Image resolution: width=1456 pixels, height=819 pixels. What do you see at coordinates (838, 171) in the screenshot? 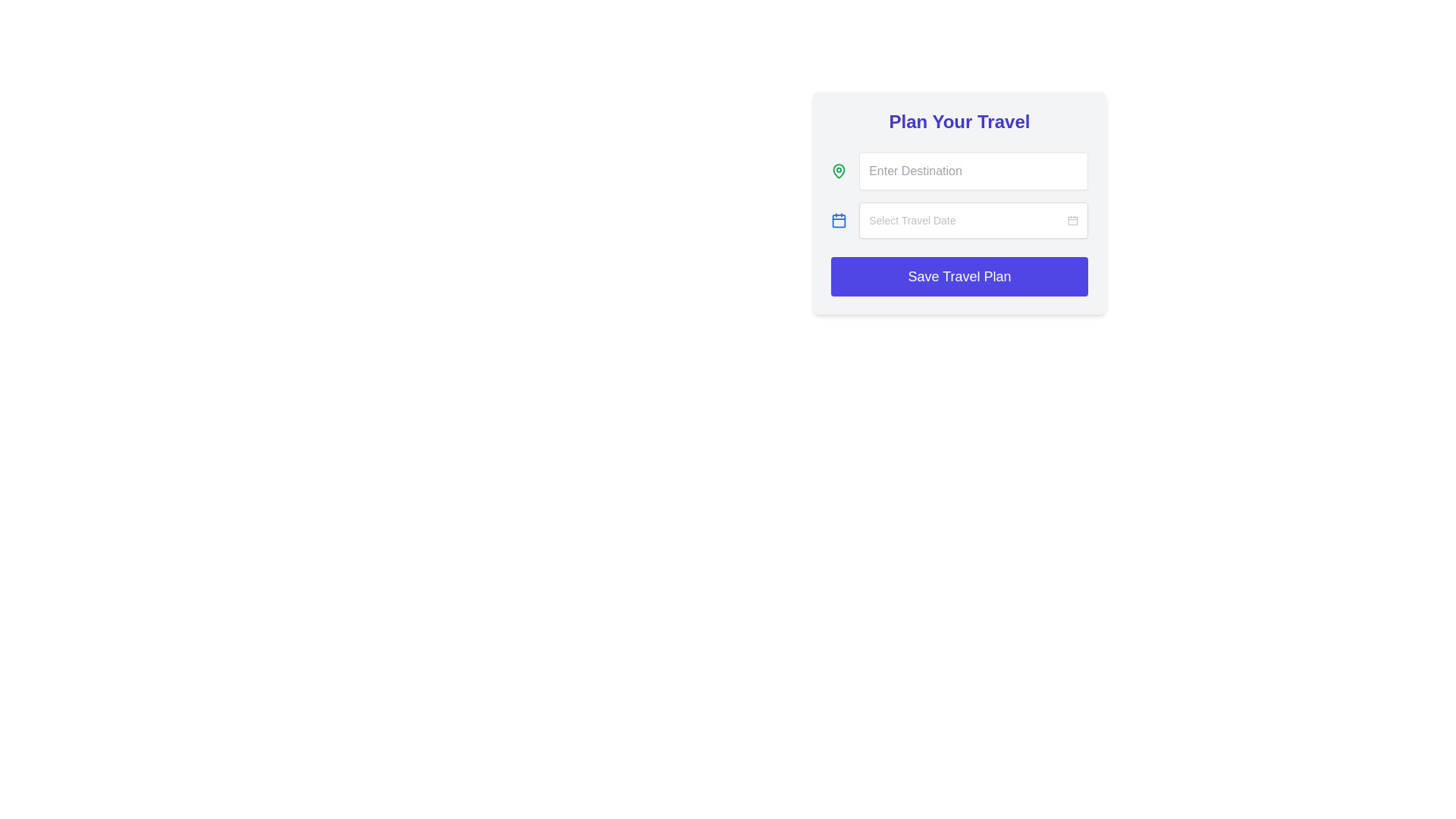
I see `the green outlined pin-like icon located to the left of the 'Enter Destination' input field` at bounding box center [838, 171].